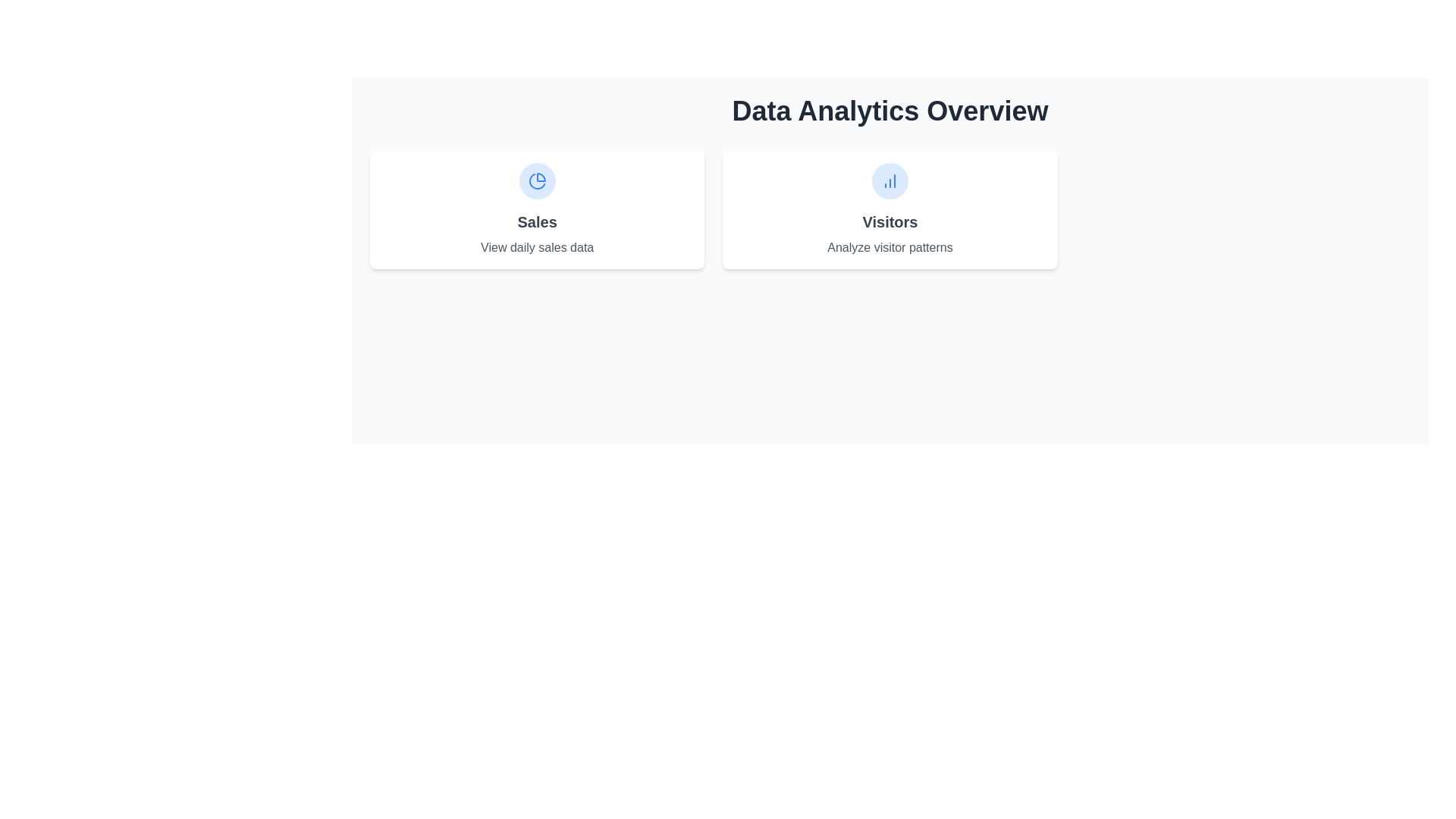  I want to click on the 'Visitors' icon located in the center of the 'Visitors' card, which is positioned on the right side of two cards under the 'Data Analytics Overview' header, so click(890, 180).